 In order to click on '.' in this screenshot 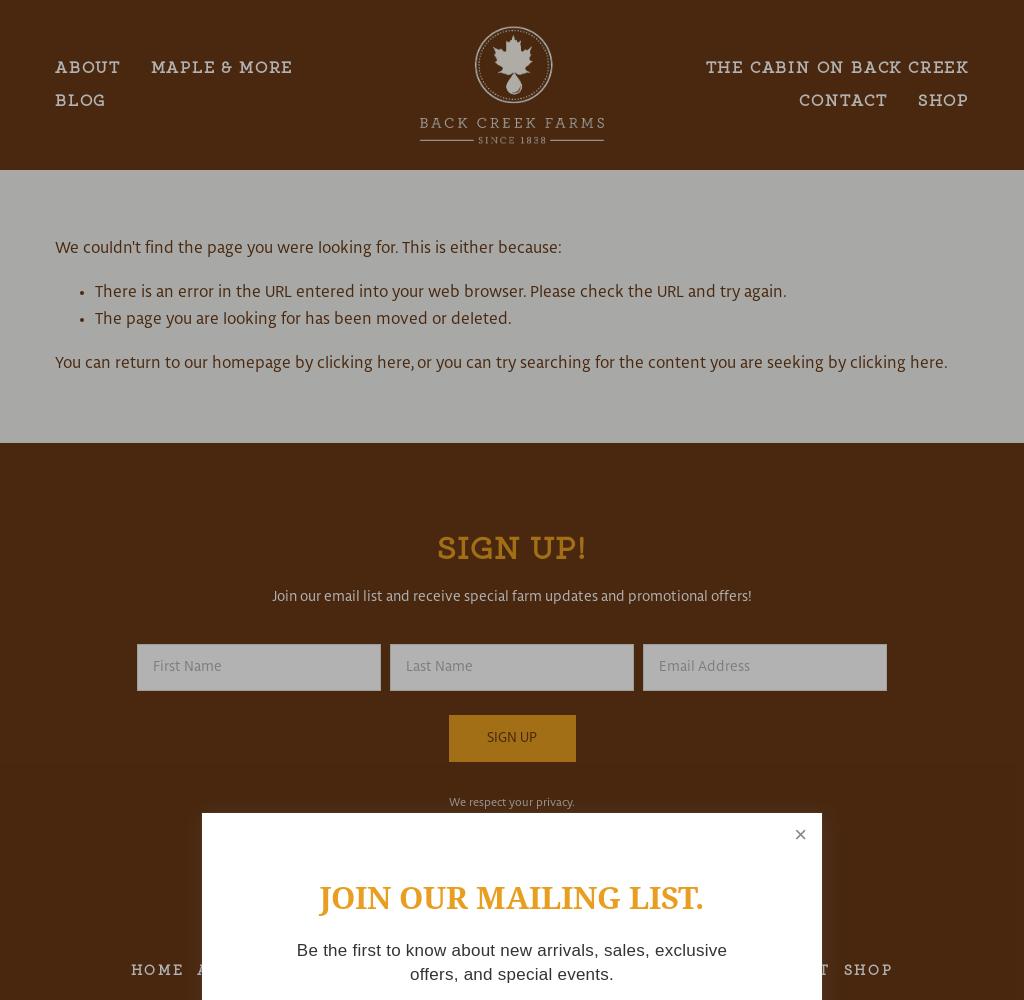, I will do `click(945, 362)`.